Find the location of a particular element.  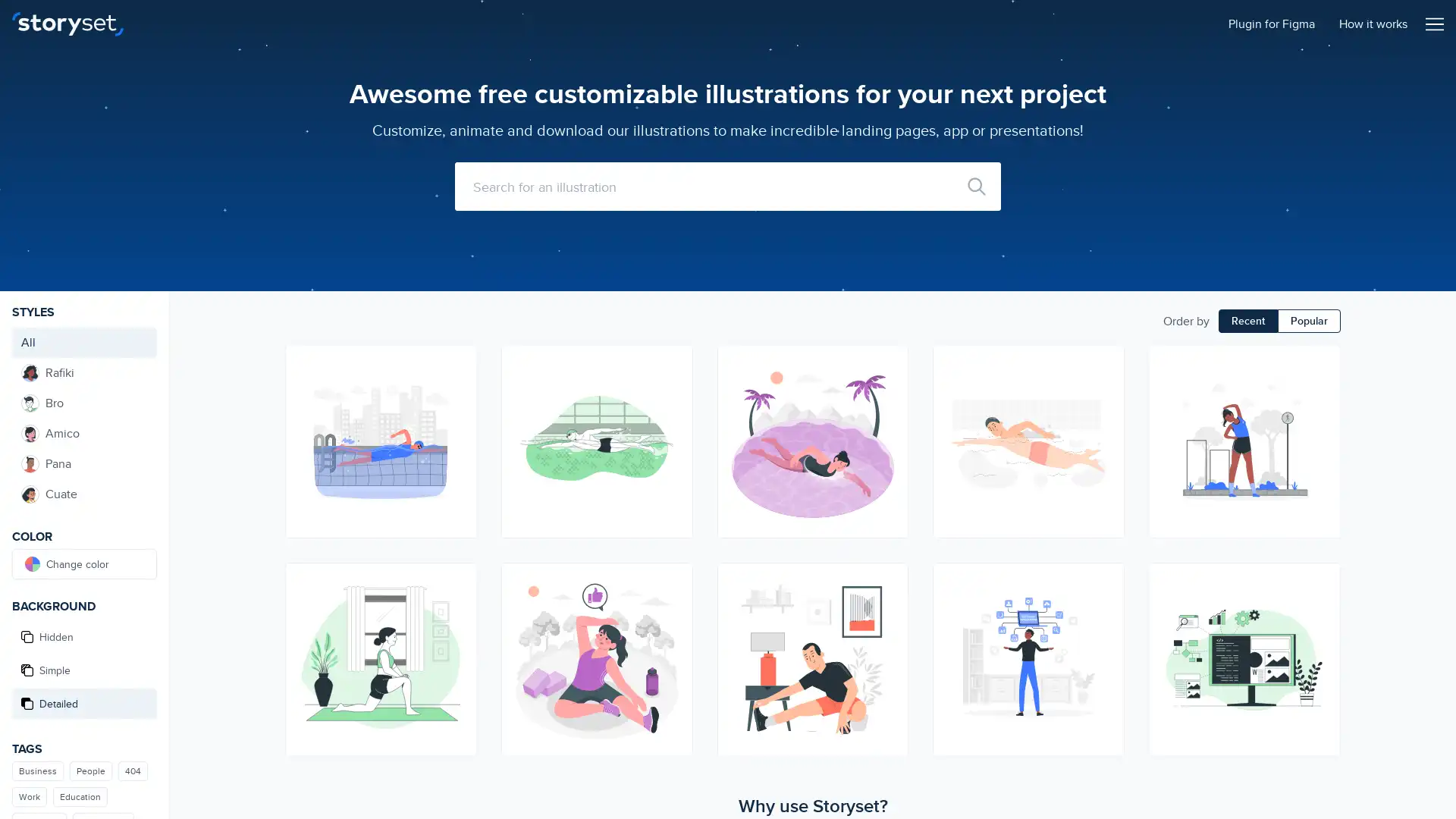

Detailed is located at coordinates (83, 704).